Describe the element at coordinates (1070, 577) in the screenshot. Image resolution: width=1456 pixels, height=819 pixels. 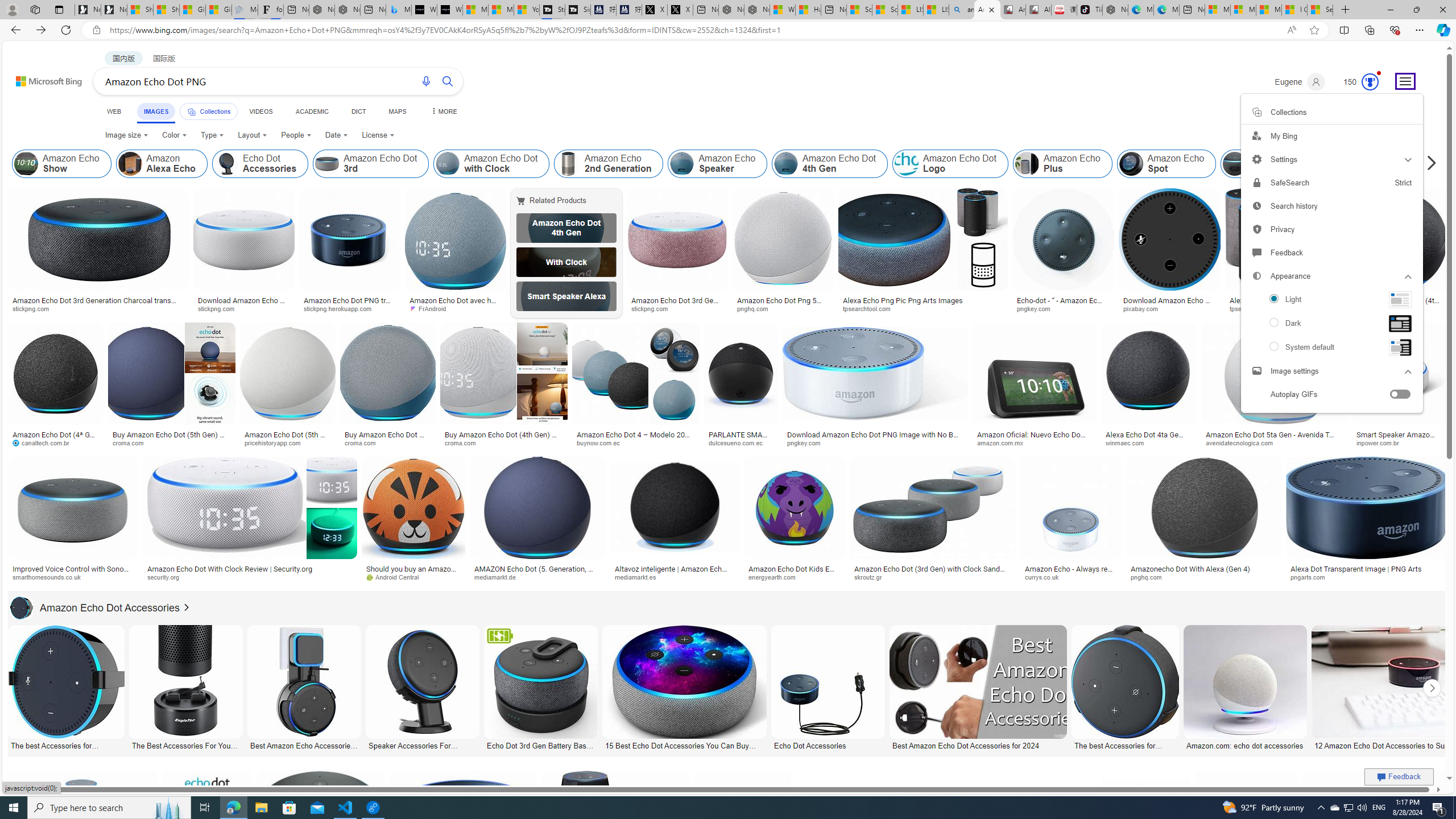
I see `'currys.co.uk'` at that location.